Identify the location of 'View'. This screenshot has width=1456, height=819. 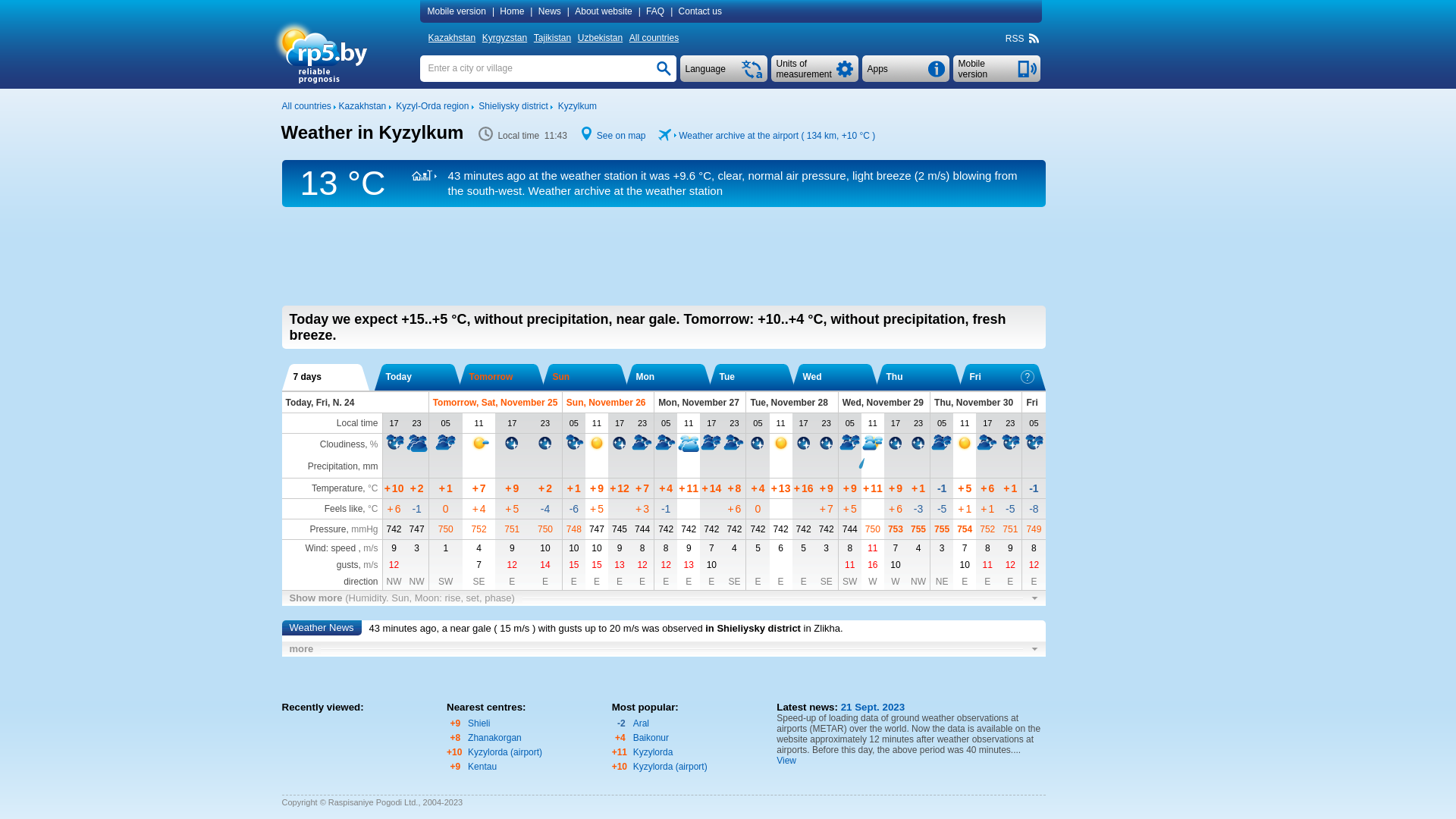
(786, 760).